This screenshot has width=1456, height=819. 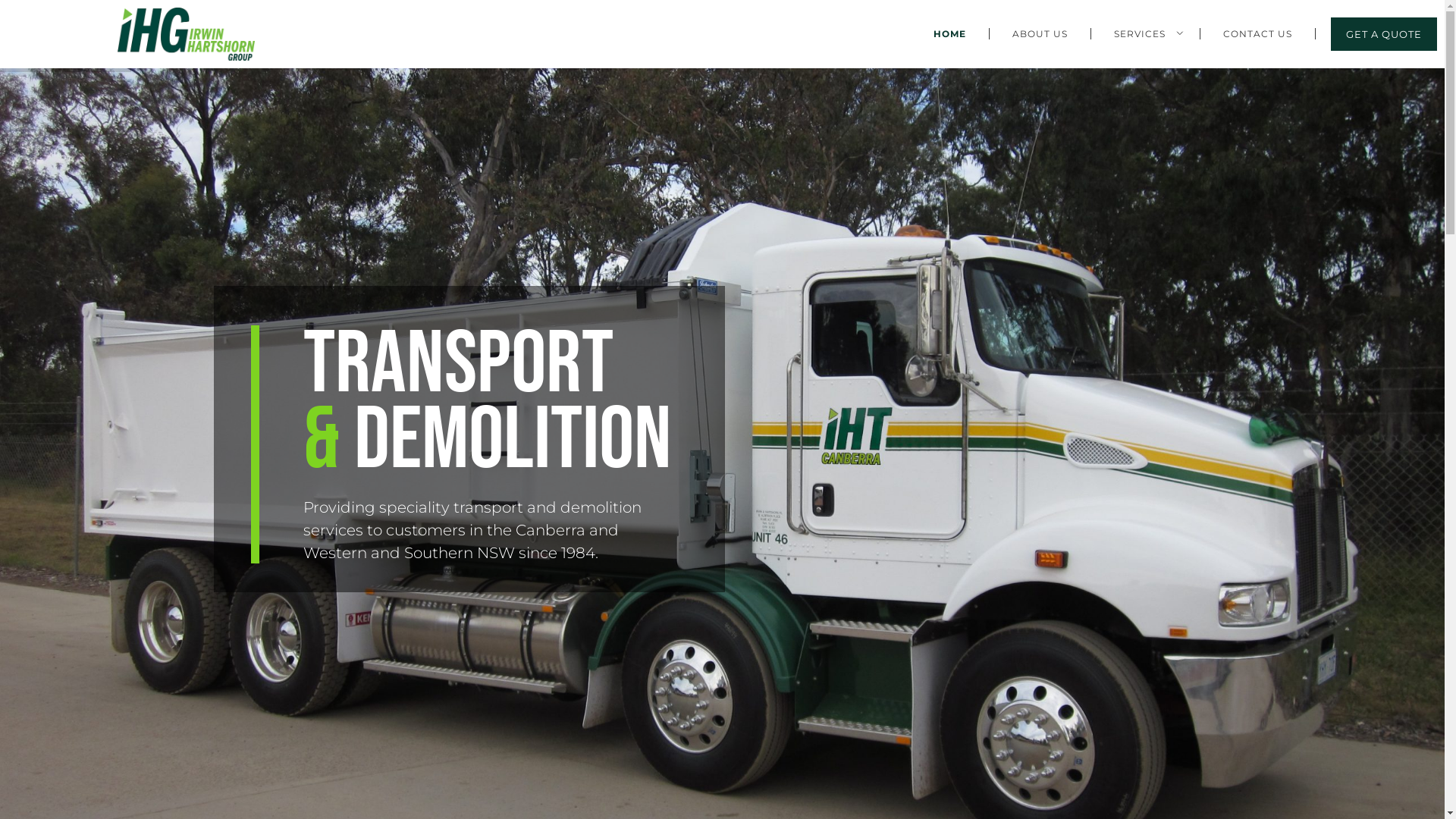 What do you see at coordinates (949, 33) in the screenshot?
I see `'HOME'` at bounding box center [949, 33].